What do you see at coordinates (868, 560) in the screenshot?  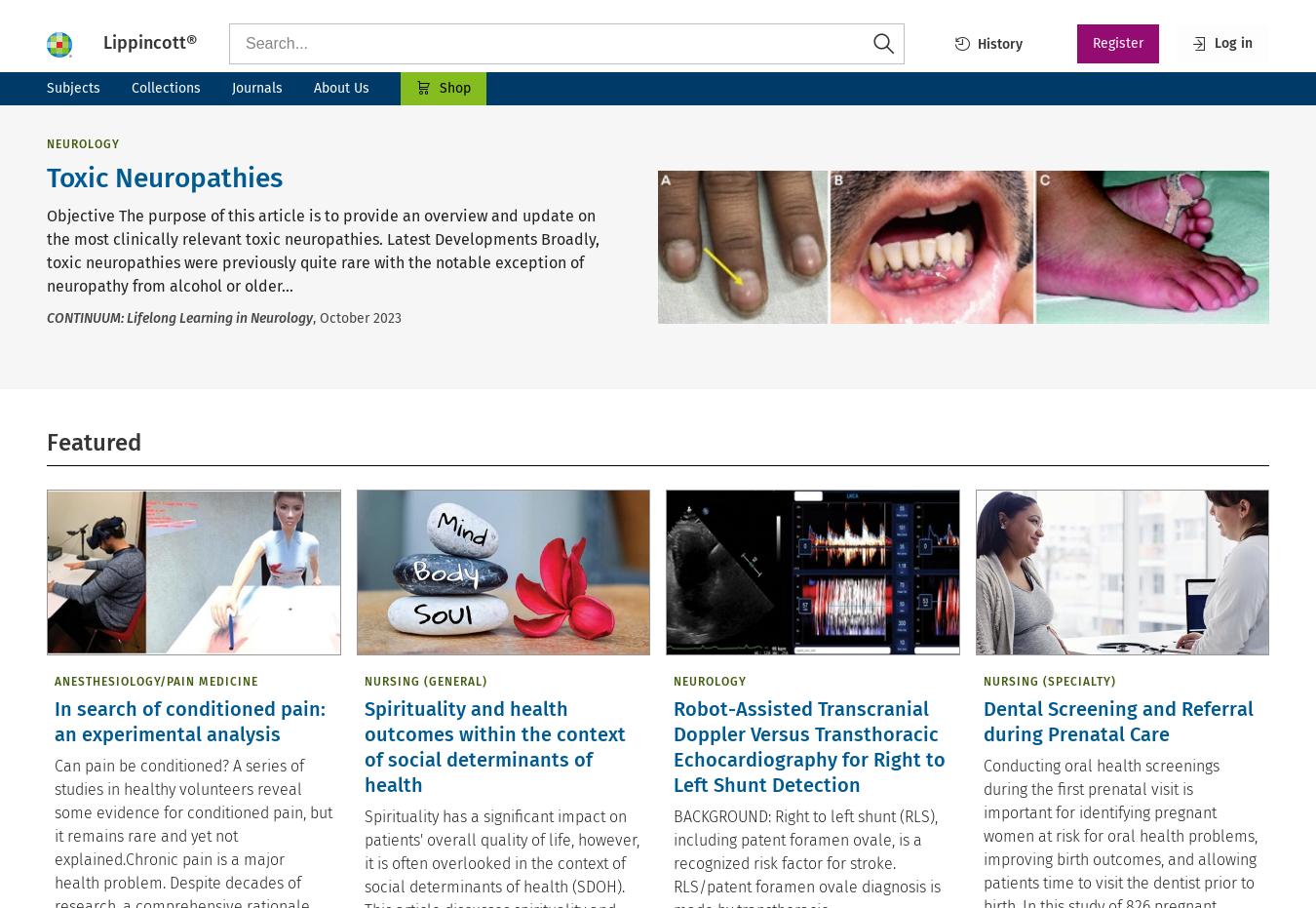 I see `'September 13, 2023'` at bounding box center [868, 560].